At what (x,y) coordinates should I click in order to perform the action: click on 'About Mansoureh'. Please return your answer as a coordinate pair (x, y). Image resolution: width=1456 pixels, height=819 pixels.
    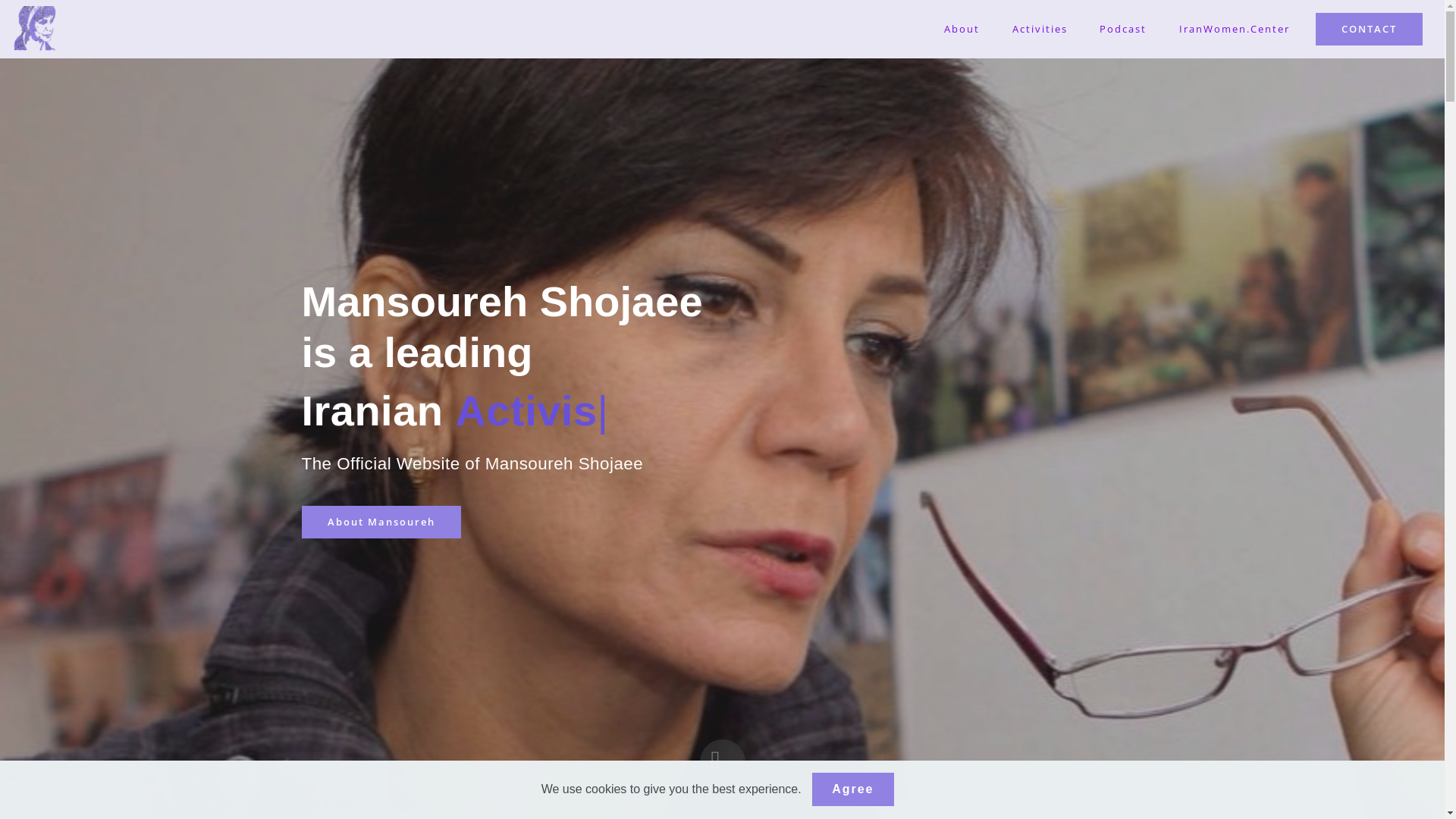
    Looking at the image, I should click on (381, 520).